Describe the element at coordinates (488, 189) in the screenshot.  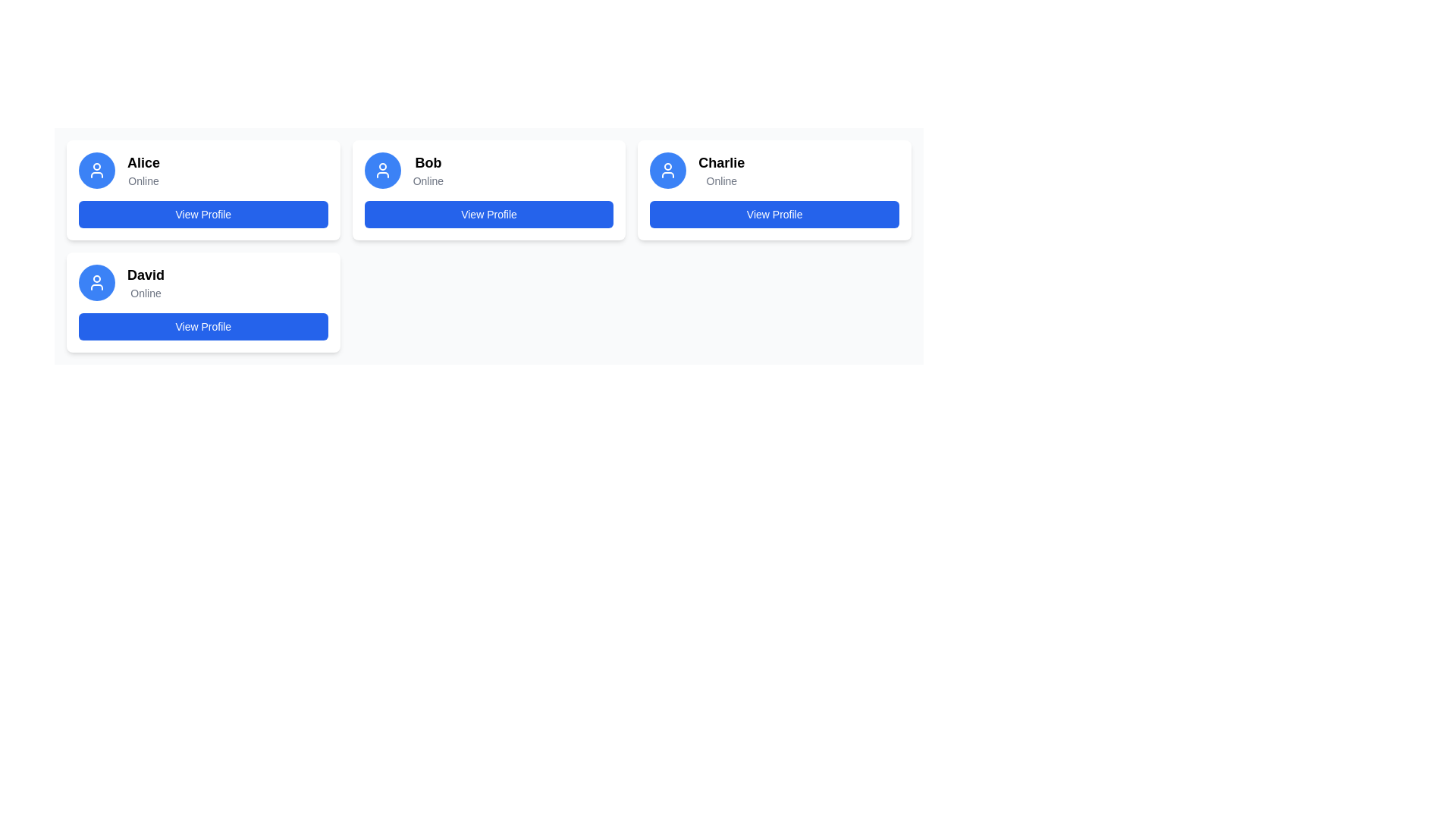
I see `the 'View Profile' button on Bob's profile card, which is the second card in the horizontal grid layout` at that location.